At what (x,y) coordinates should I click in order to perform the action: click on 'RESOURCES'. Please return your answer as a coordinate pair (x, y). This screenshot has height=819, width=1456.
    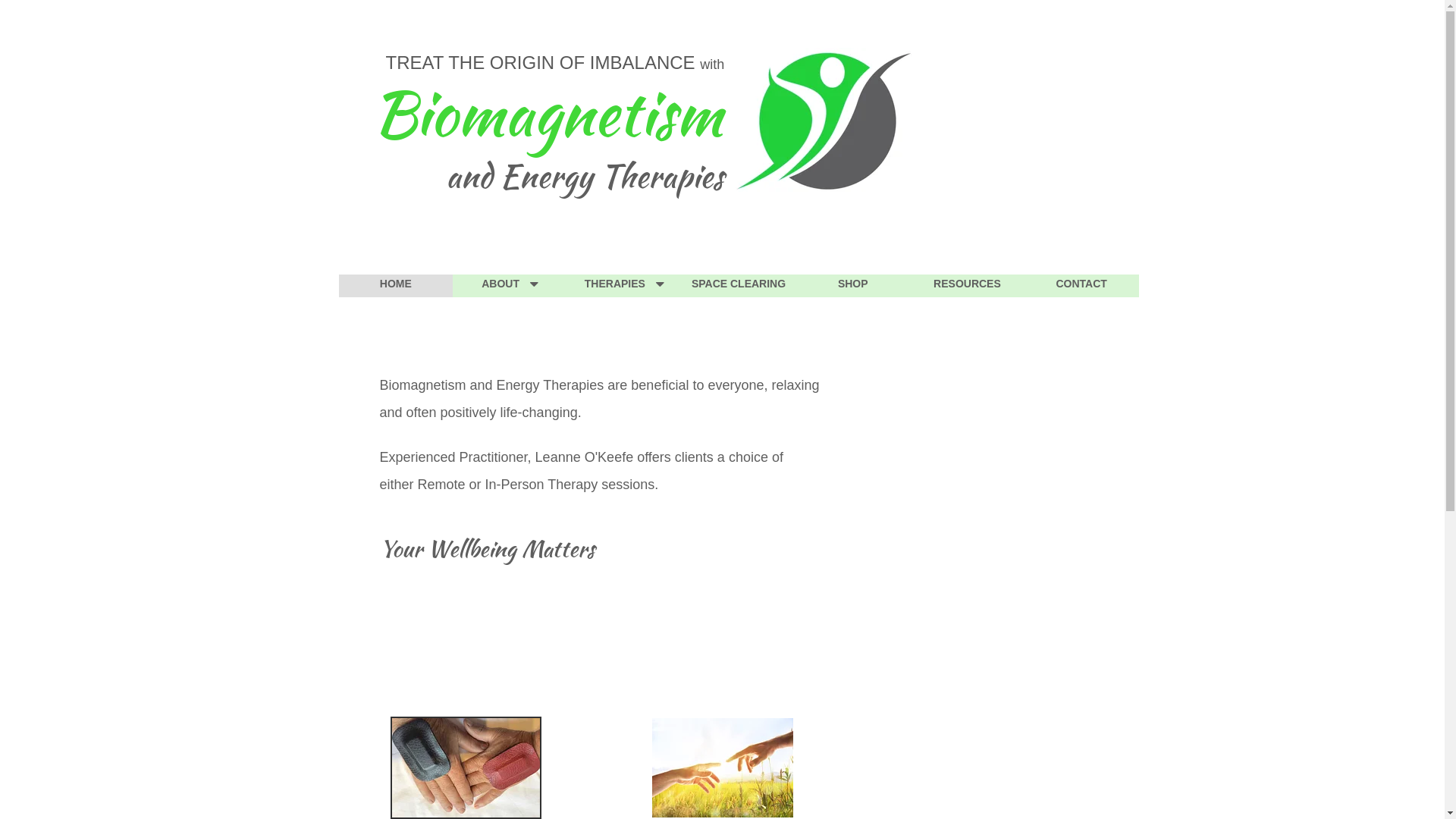
    Looking at the image, I should click on (966, 286).